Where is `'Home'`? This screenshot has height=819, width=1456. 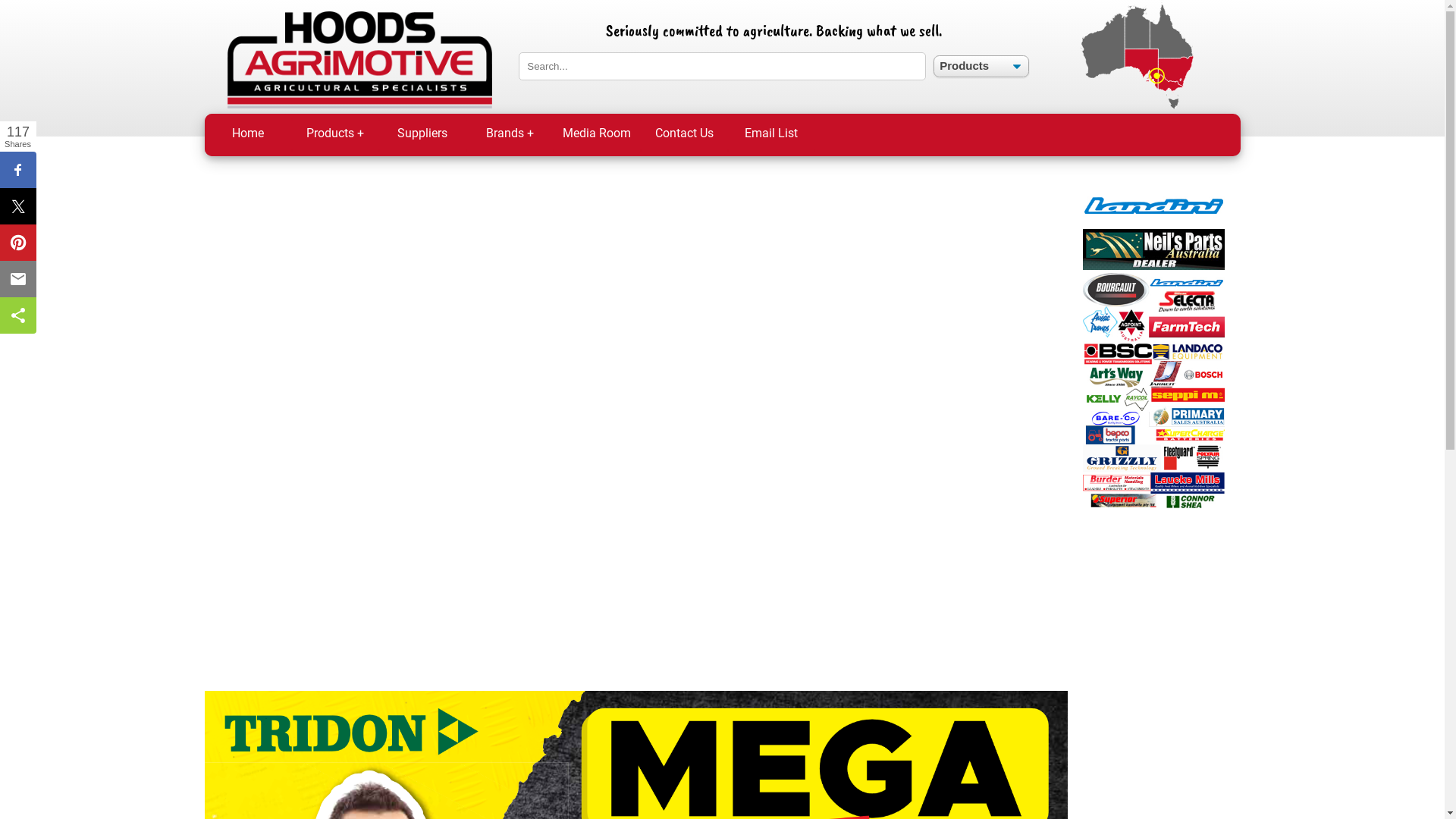
'Home' is located at coordinates (203, 133).